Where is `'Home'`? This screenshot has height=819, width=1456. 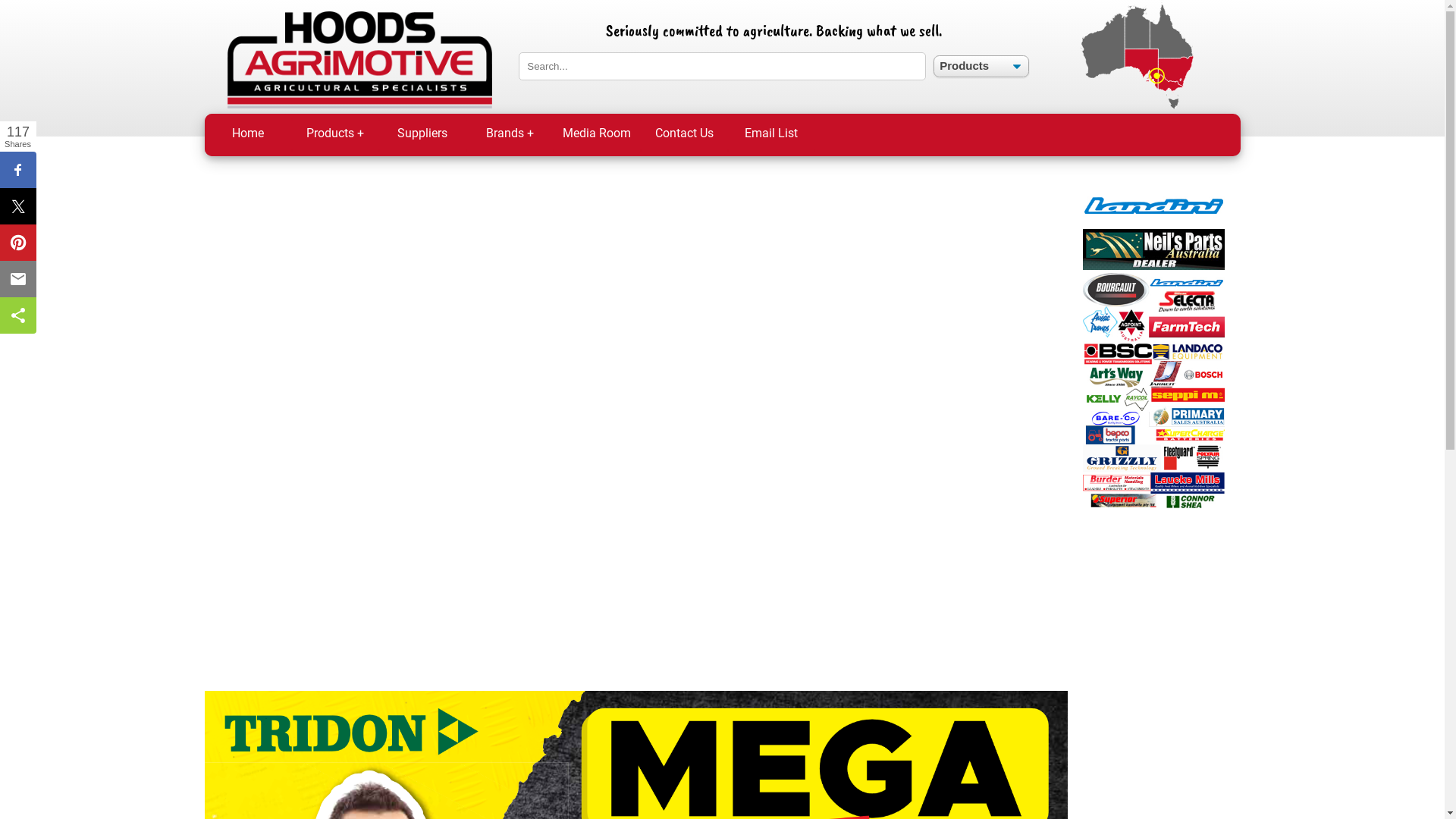
'Home' is located at coordinates (203, 133).